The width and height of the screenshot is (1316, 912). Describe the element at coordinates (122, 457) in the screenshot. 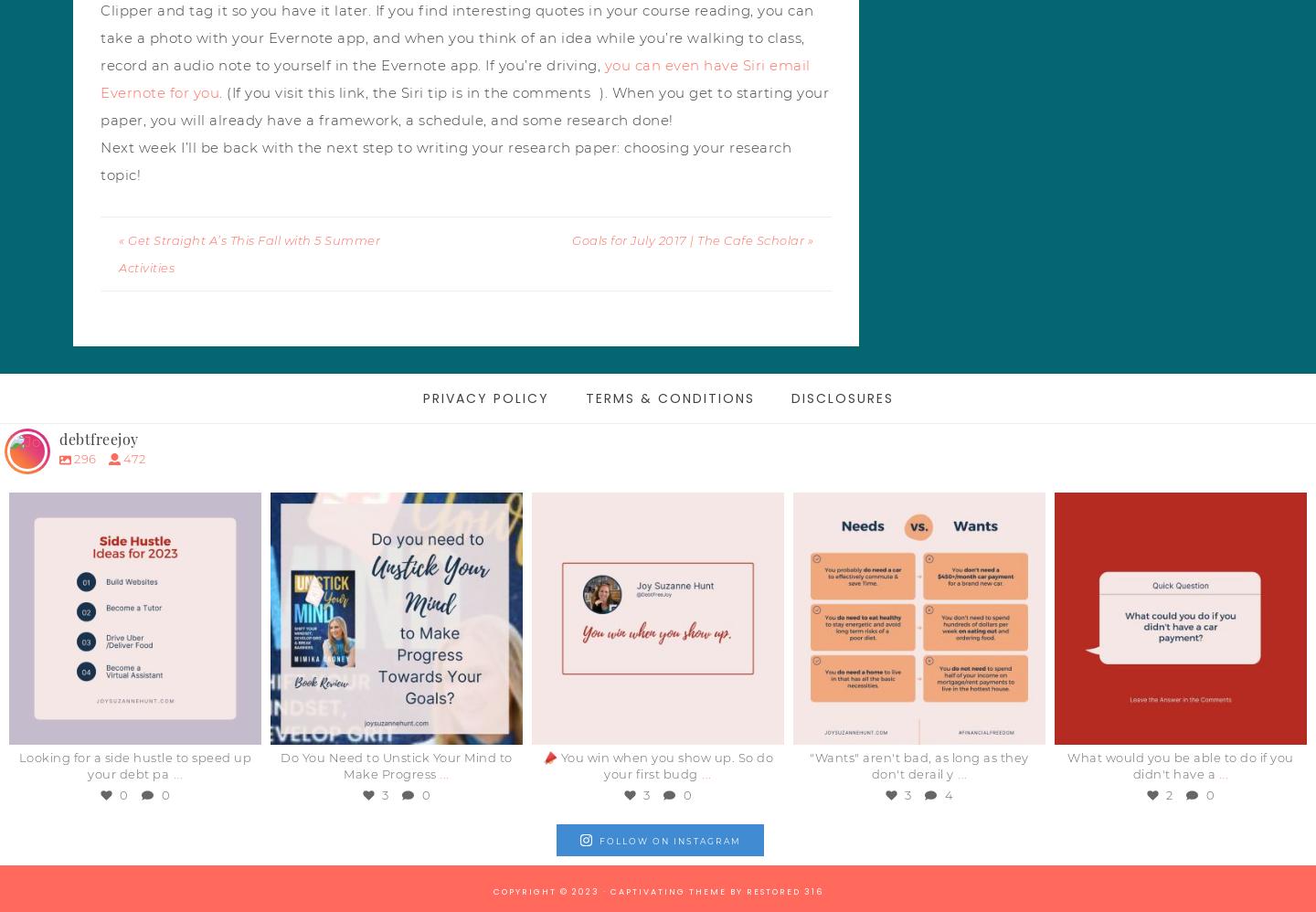

I see `'472'` at that location.